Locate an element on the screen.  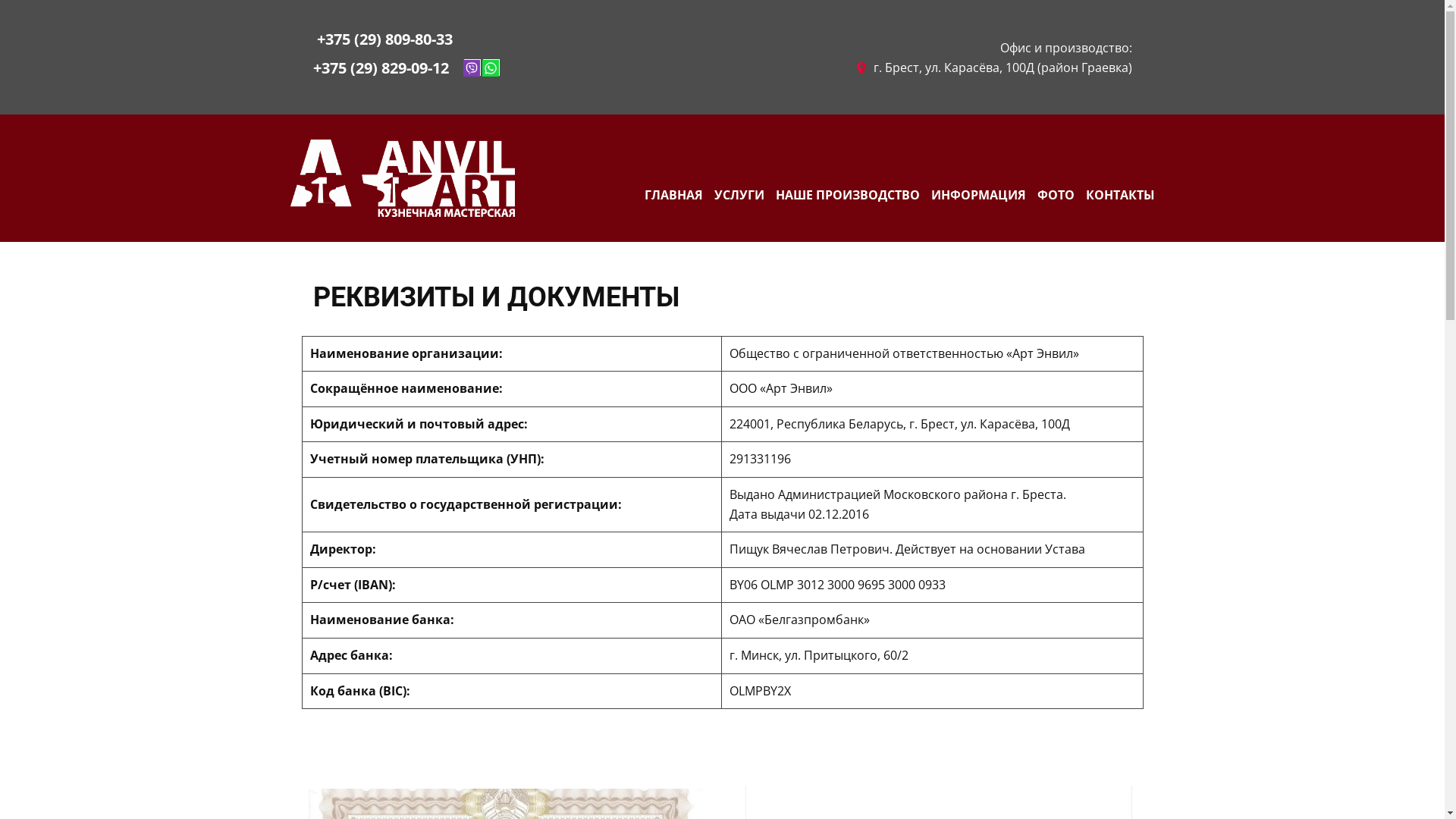
'+375 (29) 829-09-12' is located at coordinates (380, 67).